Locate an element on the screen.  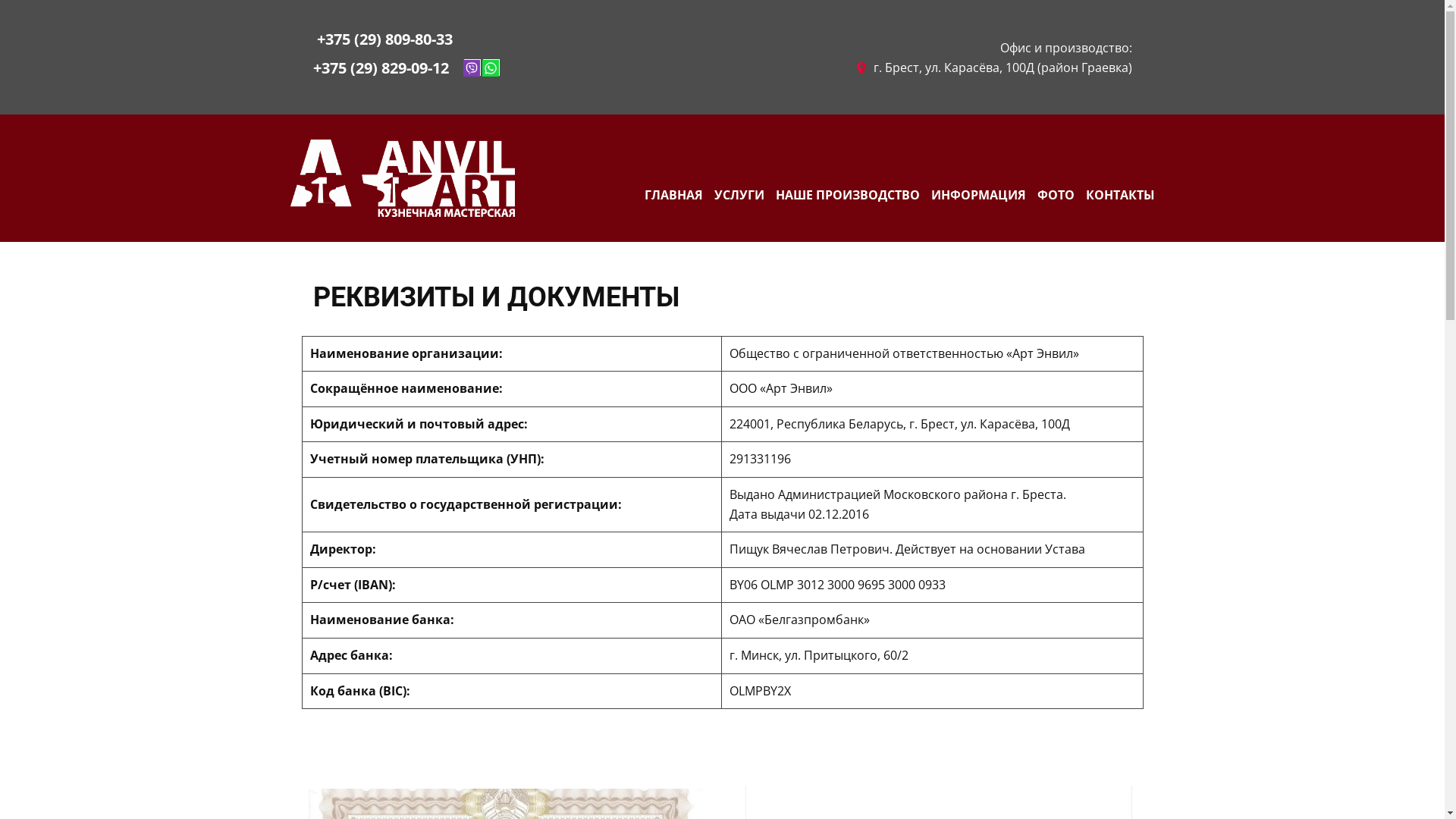
'+375 (29) 829-09-12' is located at coordinates (380, 67).